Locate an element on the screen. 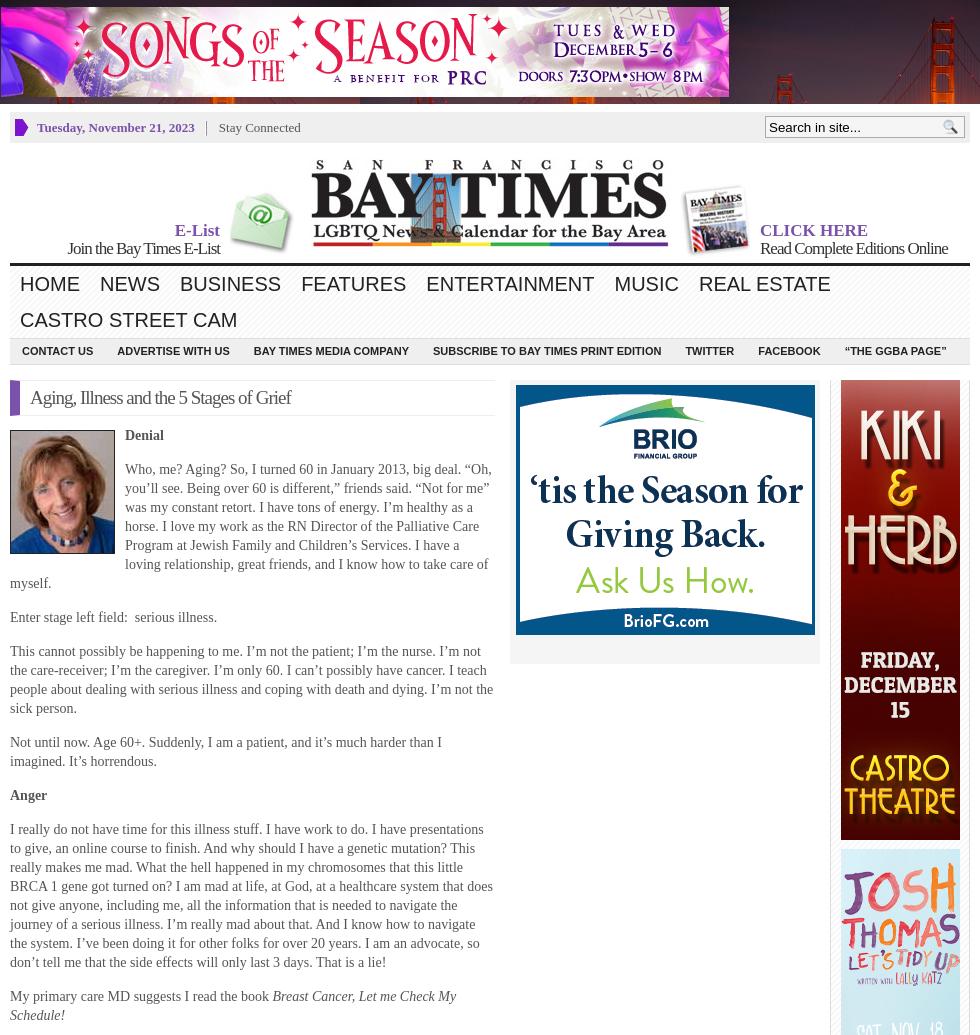 Image resolution: width=980 pixels, height=1035 pixels. 'Home' is located at coordinates (49, 282).